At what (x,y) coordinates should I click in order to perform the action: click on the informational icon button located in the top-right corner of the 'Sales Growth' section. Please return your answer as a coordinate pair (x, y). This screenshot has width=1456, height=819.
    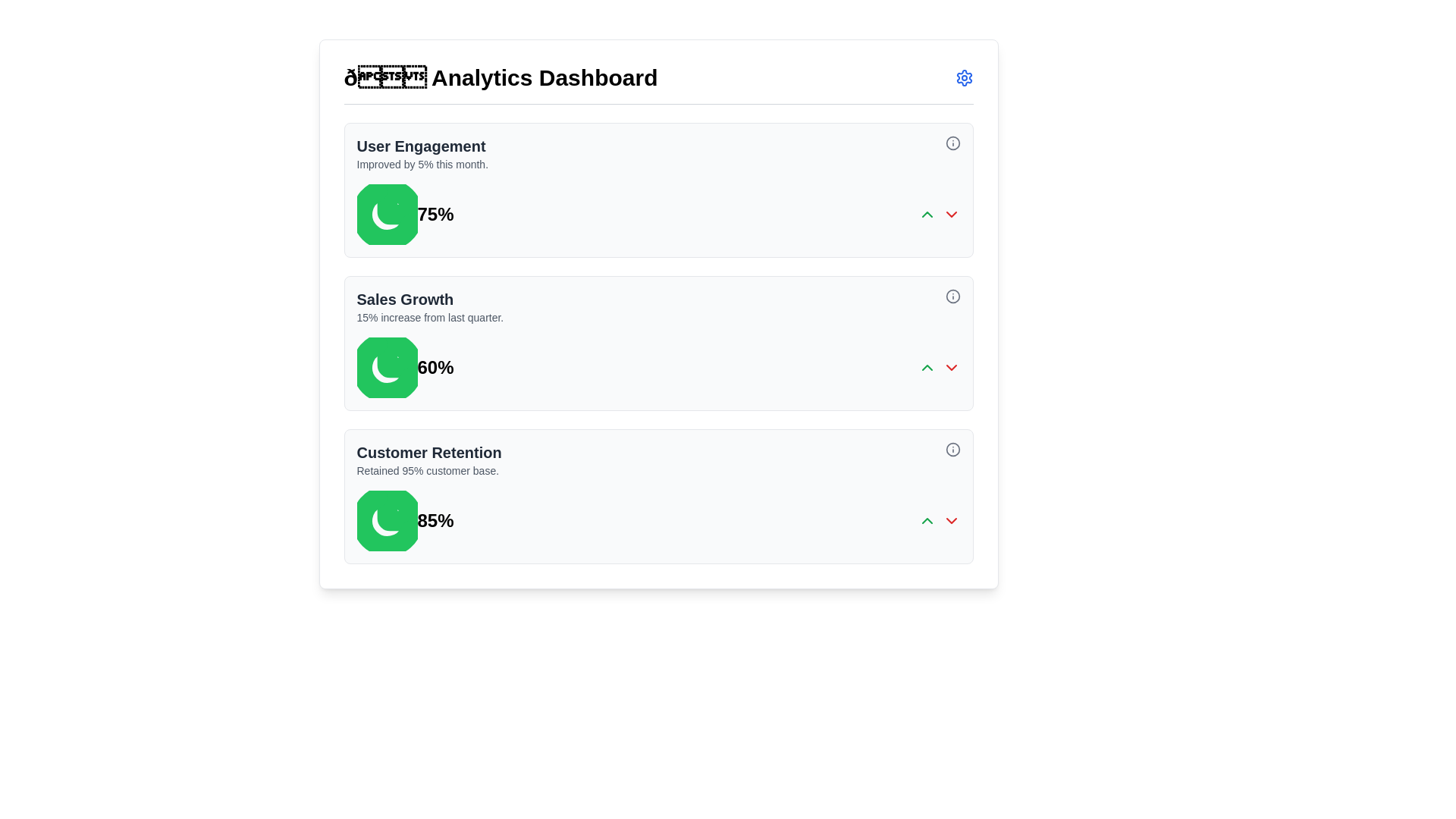
    Looking at the image, I should click on (952, 296).